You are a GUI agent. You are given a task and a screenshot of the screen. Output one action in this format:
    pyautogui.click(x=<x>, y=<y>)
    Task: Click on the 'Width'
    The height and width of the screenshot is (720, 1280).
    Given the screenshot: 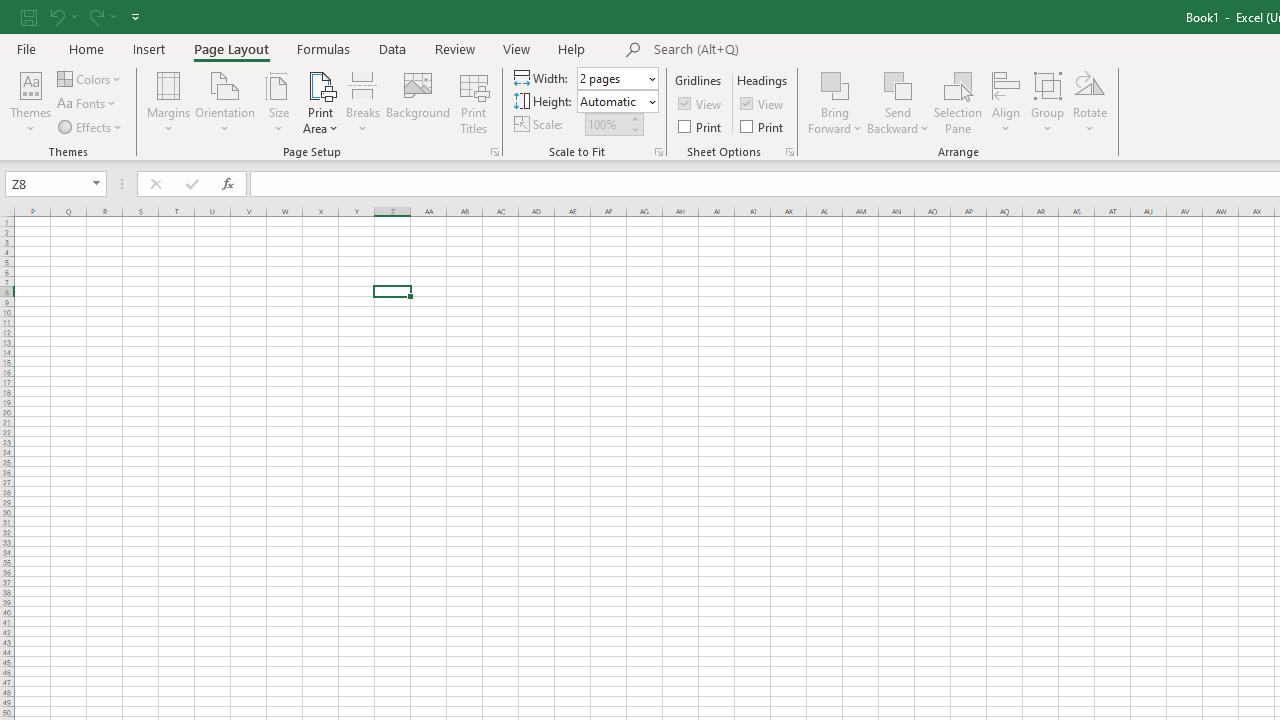 What is the action you would take?
    pyautogui.click(x=617, y=77)
    